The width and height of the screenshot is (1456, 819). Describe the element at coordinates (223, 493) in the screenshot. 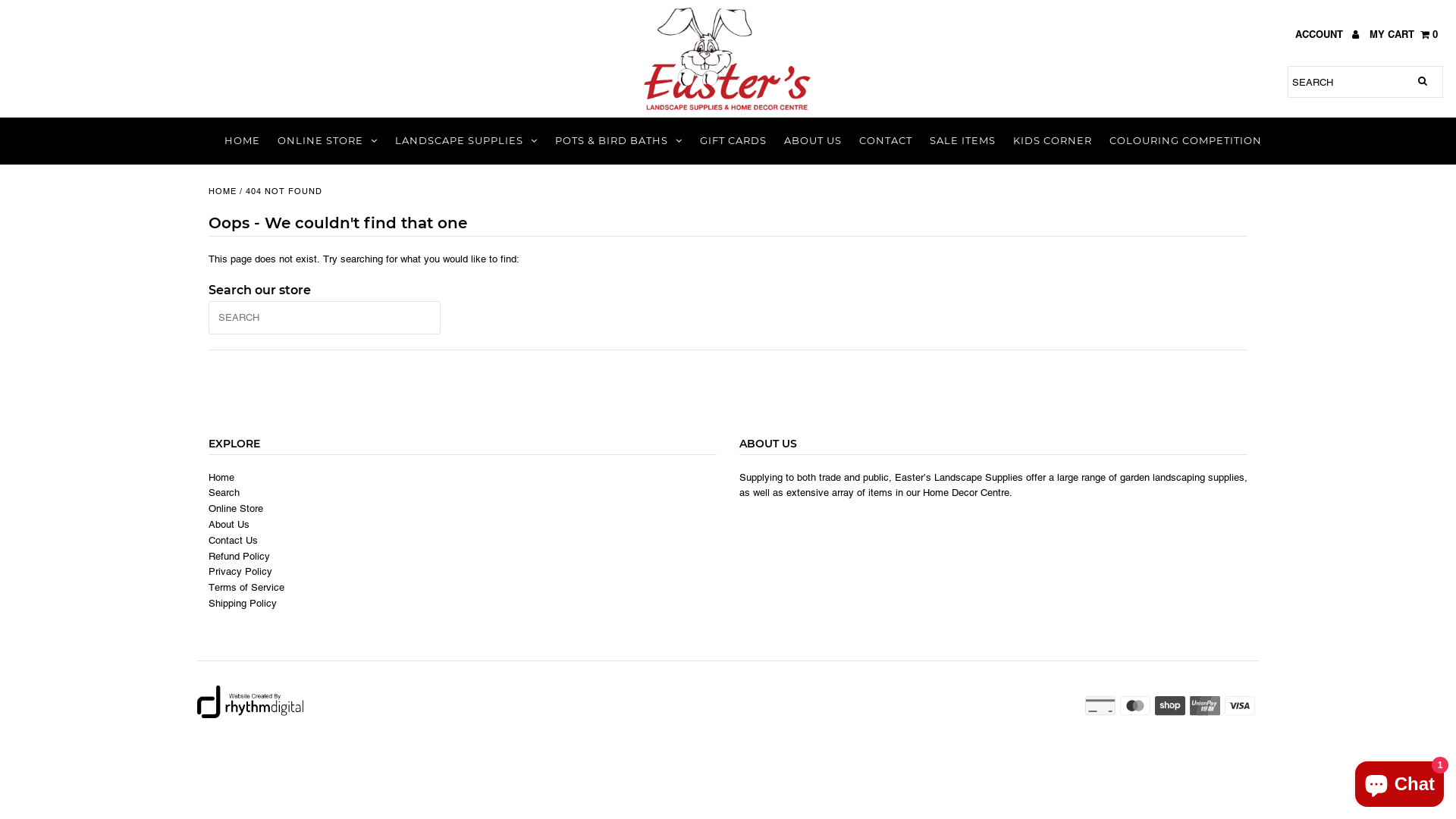

I see `'Search'` at that location.